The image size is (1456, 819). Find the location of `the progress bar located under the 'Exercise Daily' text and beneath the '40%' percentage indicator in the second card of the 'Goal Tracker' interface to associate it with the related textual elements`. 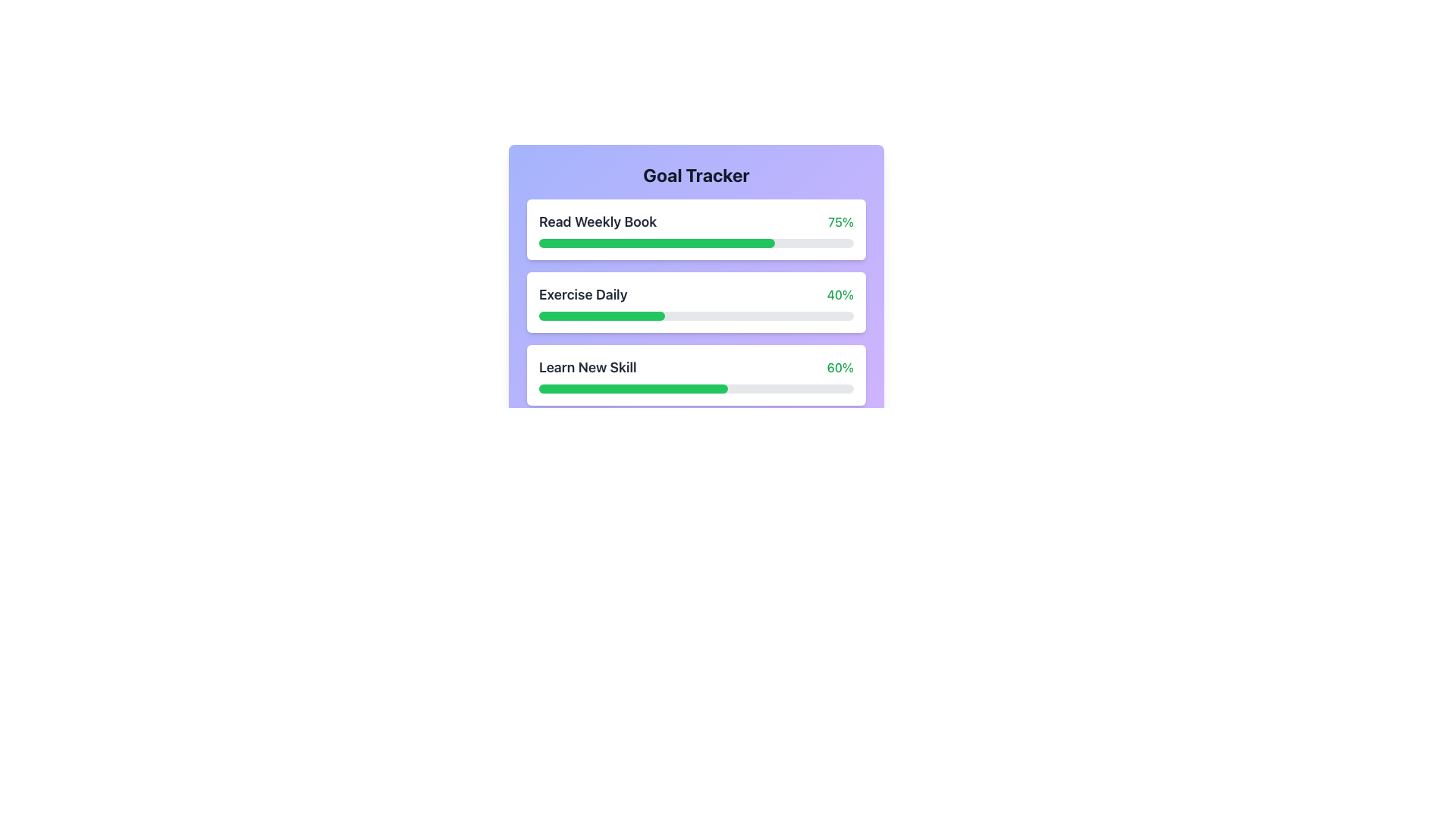

the progress bar located under the 'Exercise Daily' text and beneath the '40%' percentage indicator in the second card of the 'Goal Tracker' interface to associate it with the related textual elements is located at coordinates (695, 315).